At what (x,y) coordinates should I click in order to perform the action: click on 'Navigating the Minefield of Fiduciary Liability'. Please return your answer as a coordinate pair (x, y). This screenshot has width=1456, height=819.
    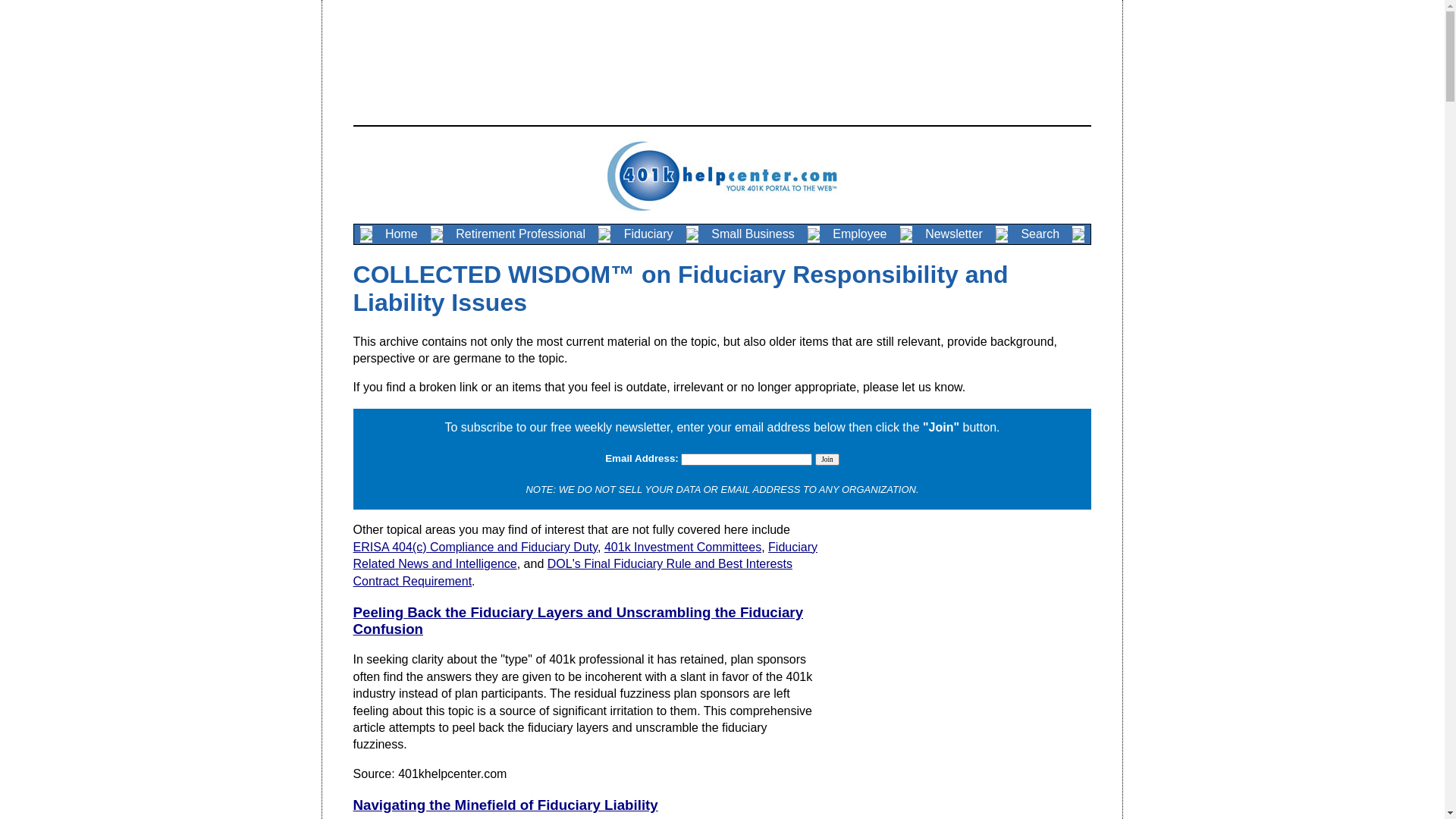
    Looking at the image, I should click on (506, 804).